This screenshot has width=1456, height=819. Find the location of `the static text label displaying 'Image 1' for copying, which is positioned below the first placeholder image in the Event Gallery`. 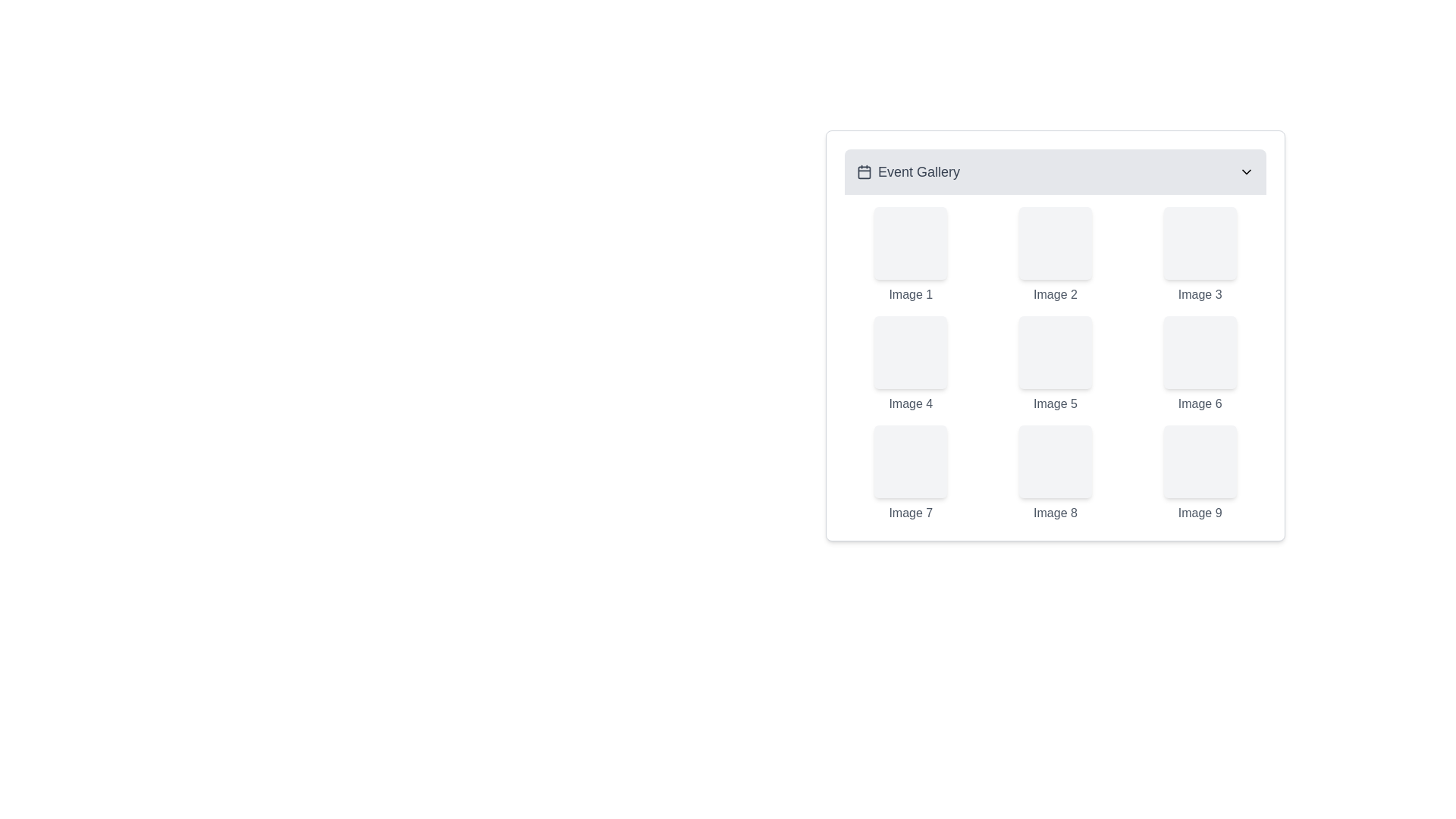

the static text label displaying 'Image 1' for copying, which is positioned below the first placeholder image in the Event Gallery is located at coordinates (910, 295).